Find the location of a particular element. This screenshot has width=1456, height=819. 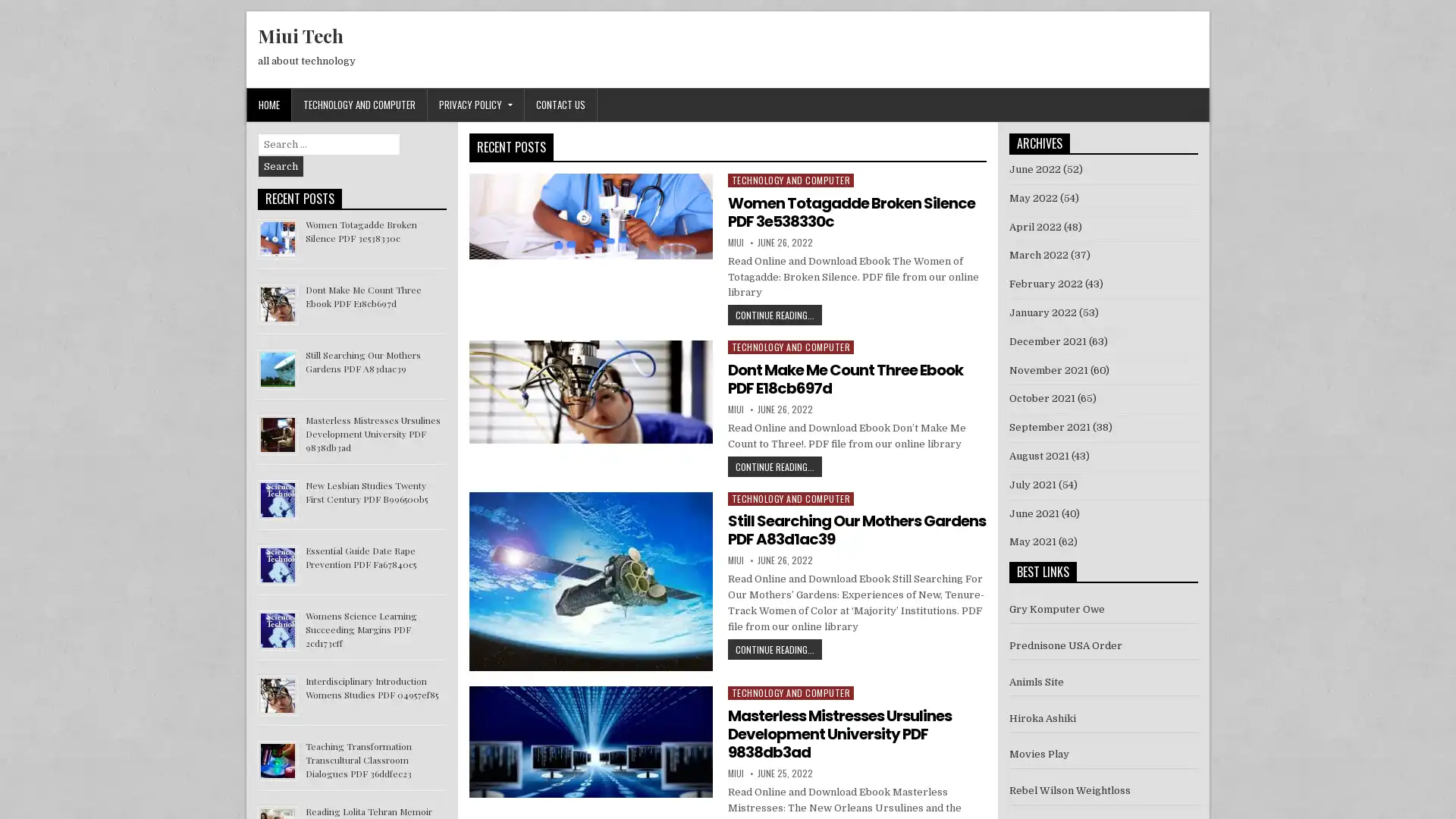

Search is located at coordinates (281, 166).